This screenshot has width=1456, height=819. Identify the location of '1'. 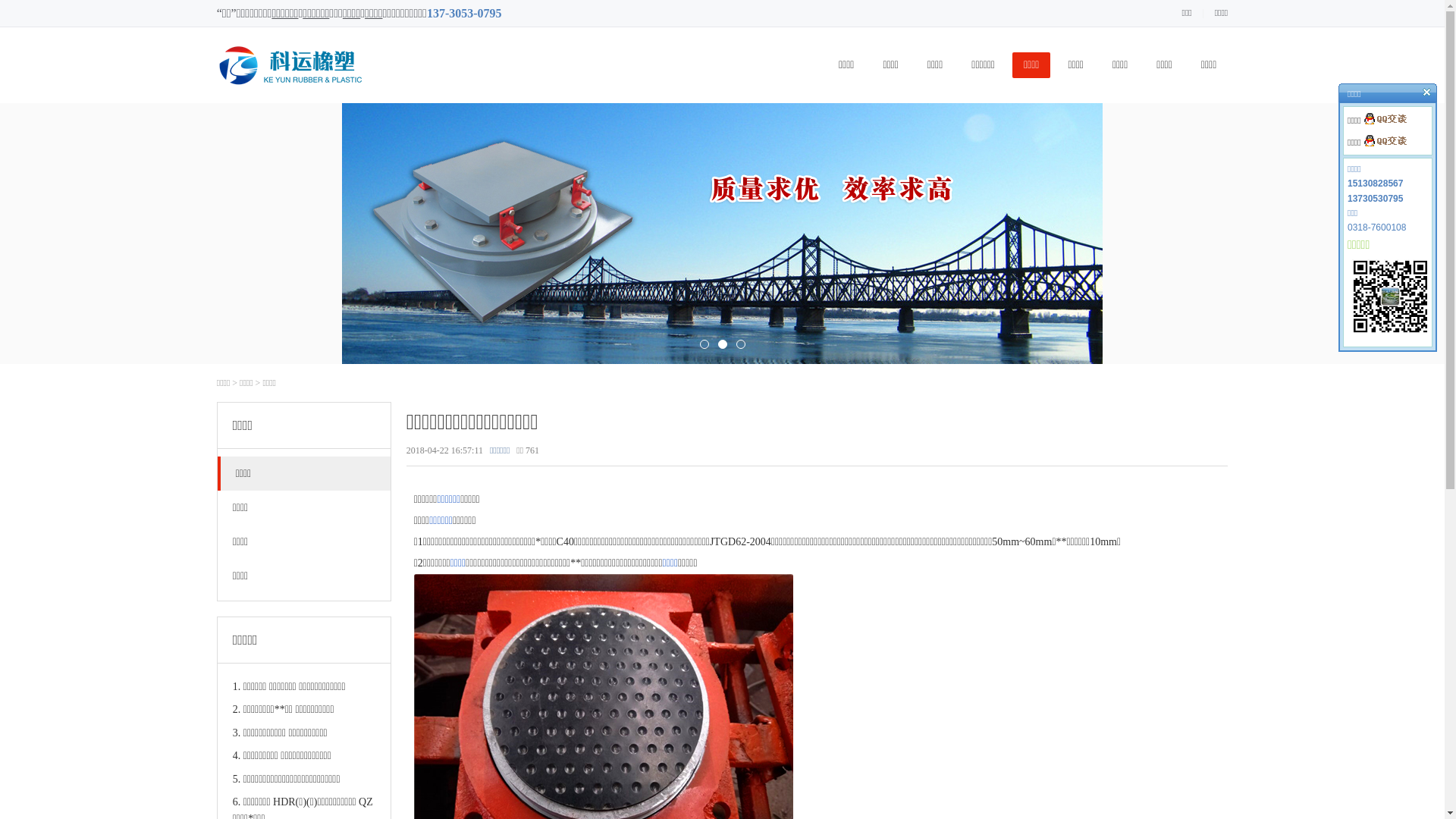
(702, 344).